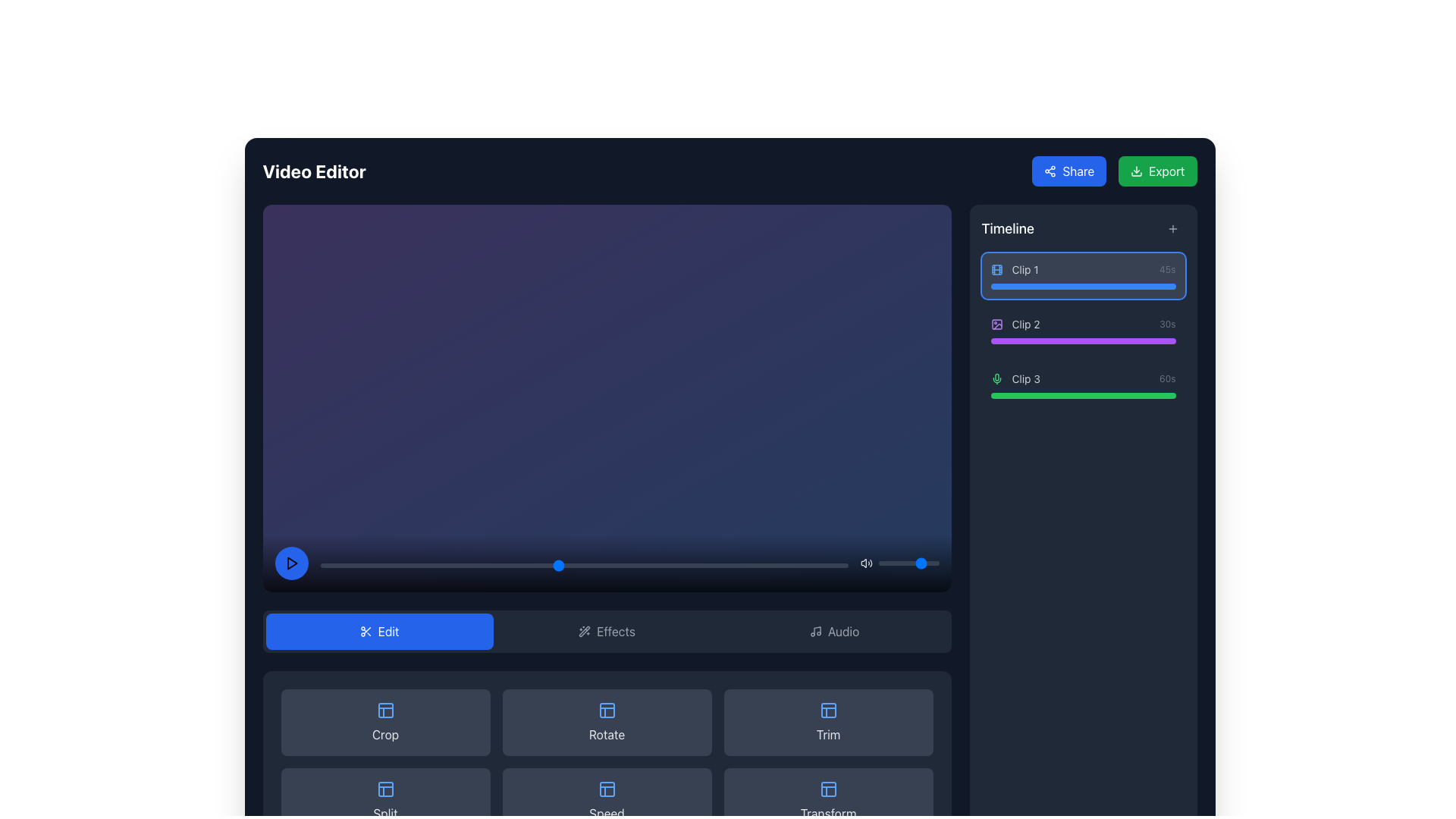  Describe the element at coordinates (843, 631) in the screenshot. I see `the 'Audio' text label, which is part of a button located in the bottom center of the interface` at that location.